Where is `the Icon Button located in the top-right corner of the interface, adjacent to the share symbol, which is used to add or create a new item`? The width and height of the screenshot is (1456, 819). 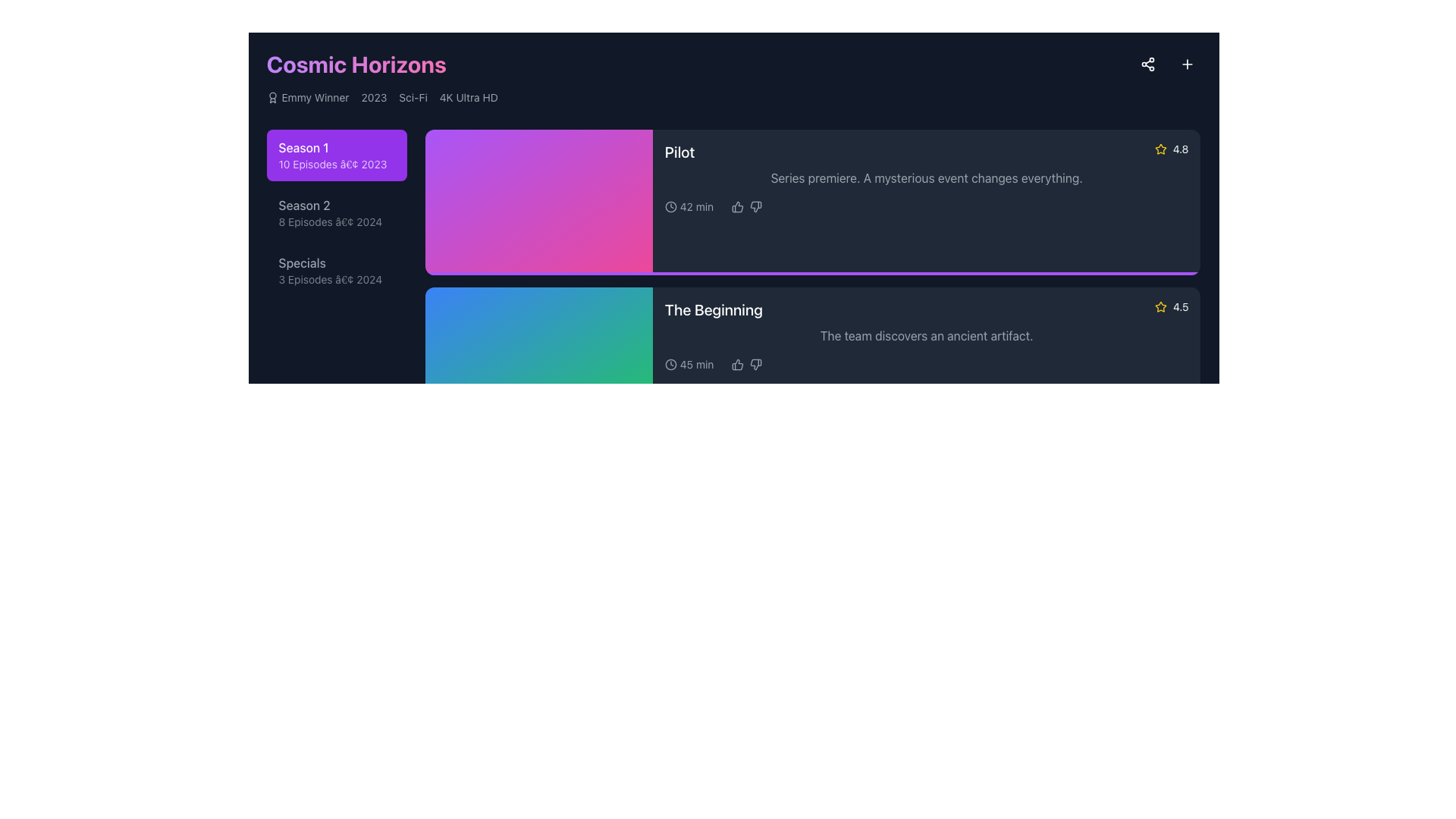
the Icon Button located in the top-right corner of the interface, adjacent to the share symbol, which is used to add or create a new item is located at coordinates (1186, 63).